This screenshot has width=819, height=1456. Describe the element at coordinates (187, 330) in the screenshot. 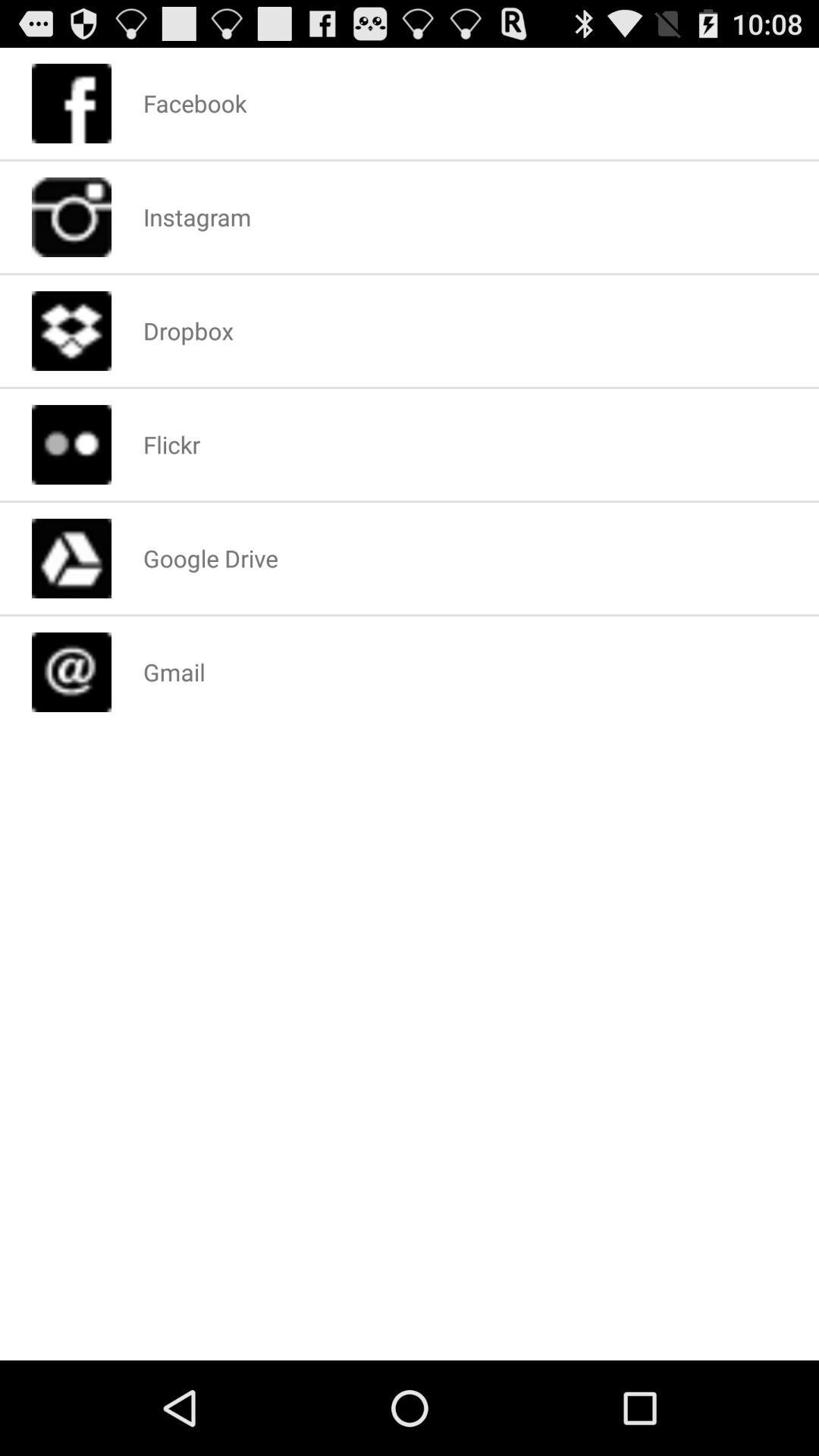

I see `the dropbox` at that location.